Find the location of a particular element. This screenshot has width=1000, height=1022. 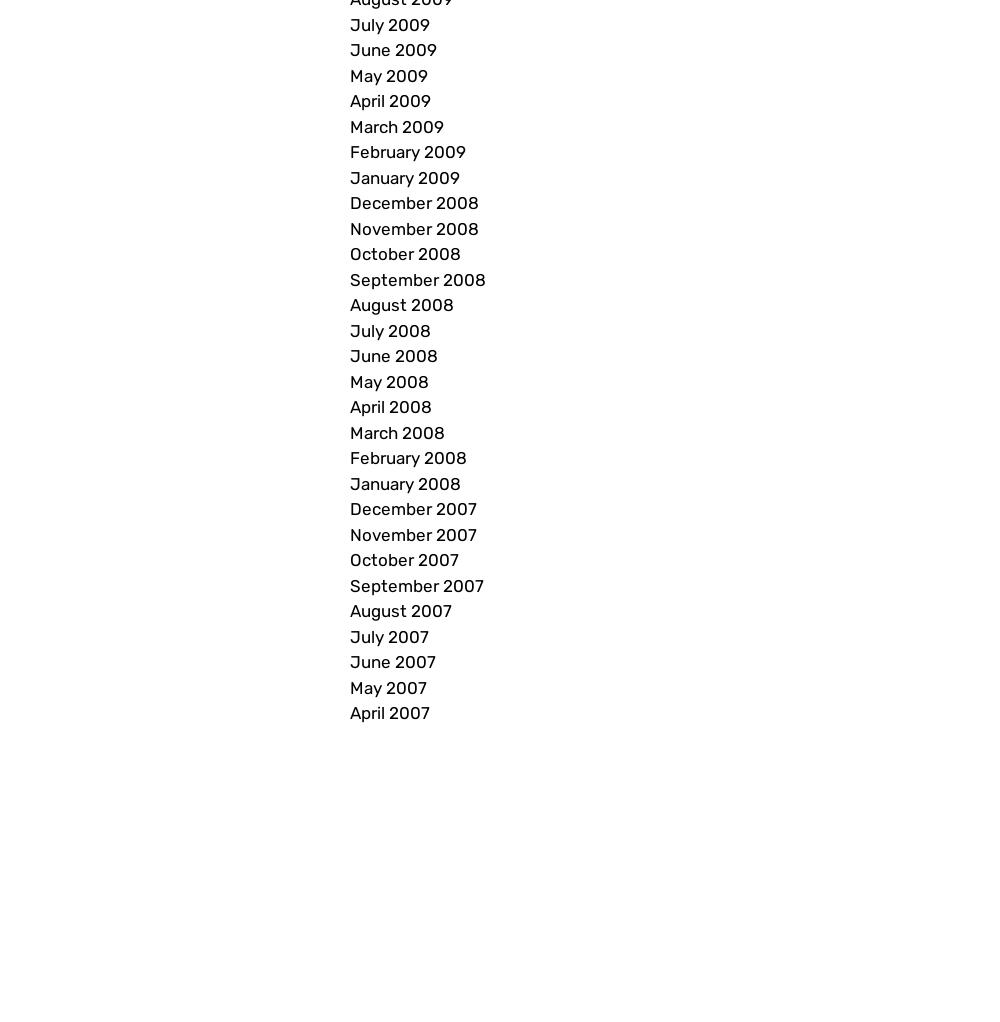

'March 2008' is located at coordinates (397, 431).